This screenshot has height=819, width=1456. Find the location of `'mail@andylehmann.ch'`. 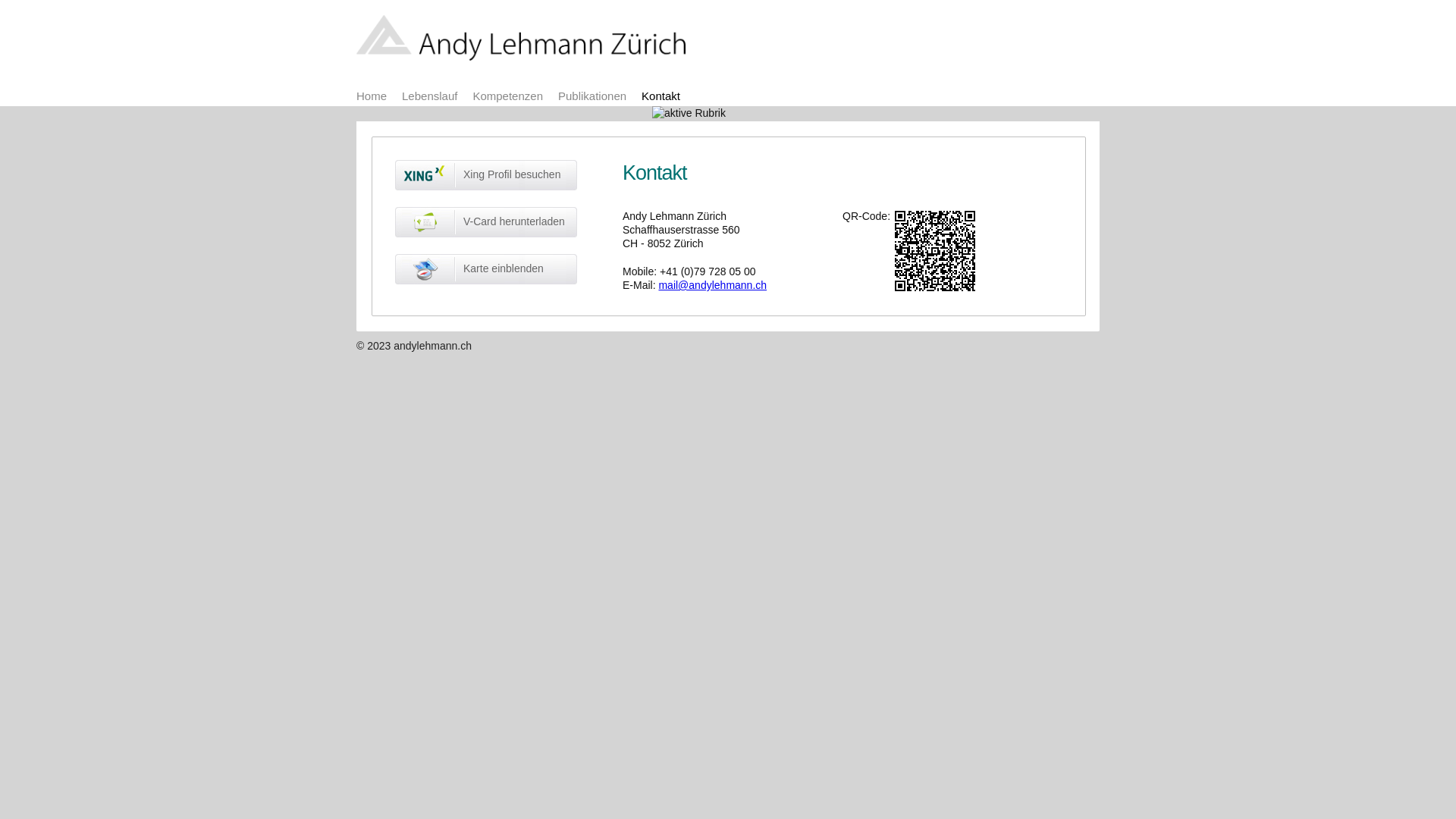

'mail@andylehmann.ch' is located at coordinates (658, 284).